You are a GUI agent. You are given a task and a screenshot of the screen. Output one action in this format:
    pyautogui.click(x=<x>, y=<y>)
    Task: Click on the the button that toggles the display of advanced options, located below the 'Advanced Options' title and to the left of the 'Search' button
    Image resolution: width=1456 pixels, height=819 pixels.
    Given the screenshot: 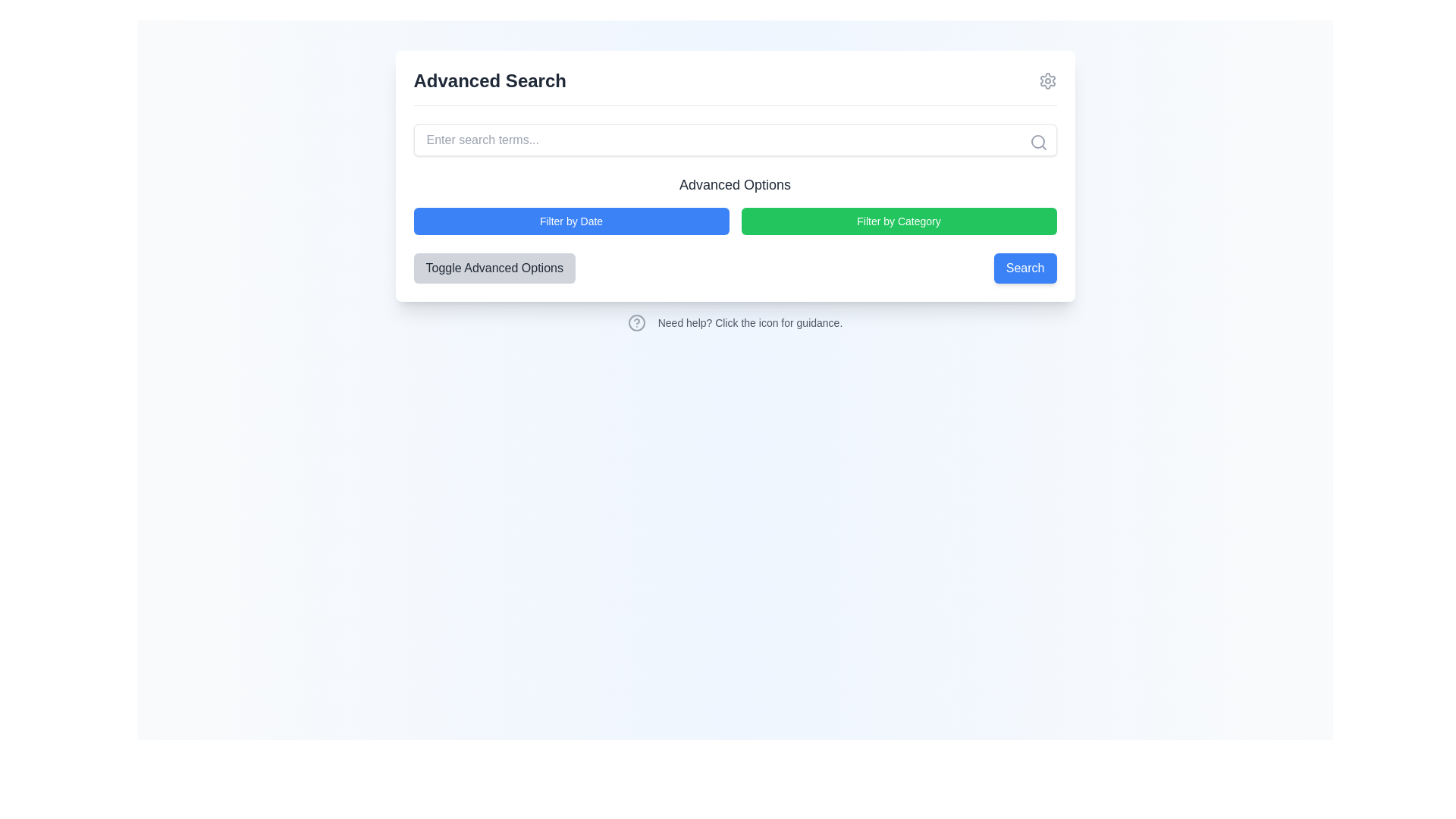 What is the action you would take?
    pyautogui.click(x=494, y=268)
    